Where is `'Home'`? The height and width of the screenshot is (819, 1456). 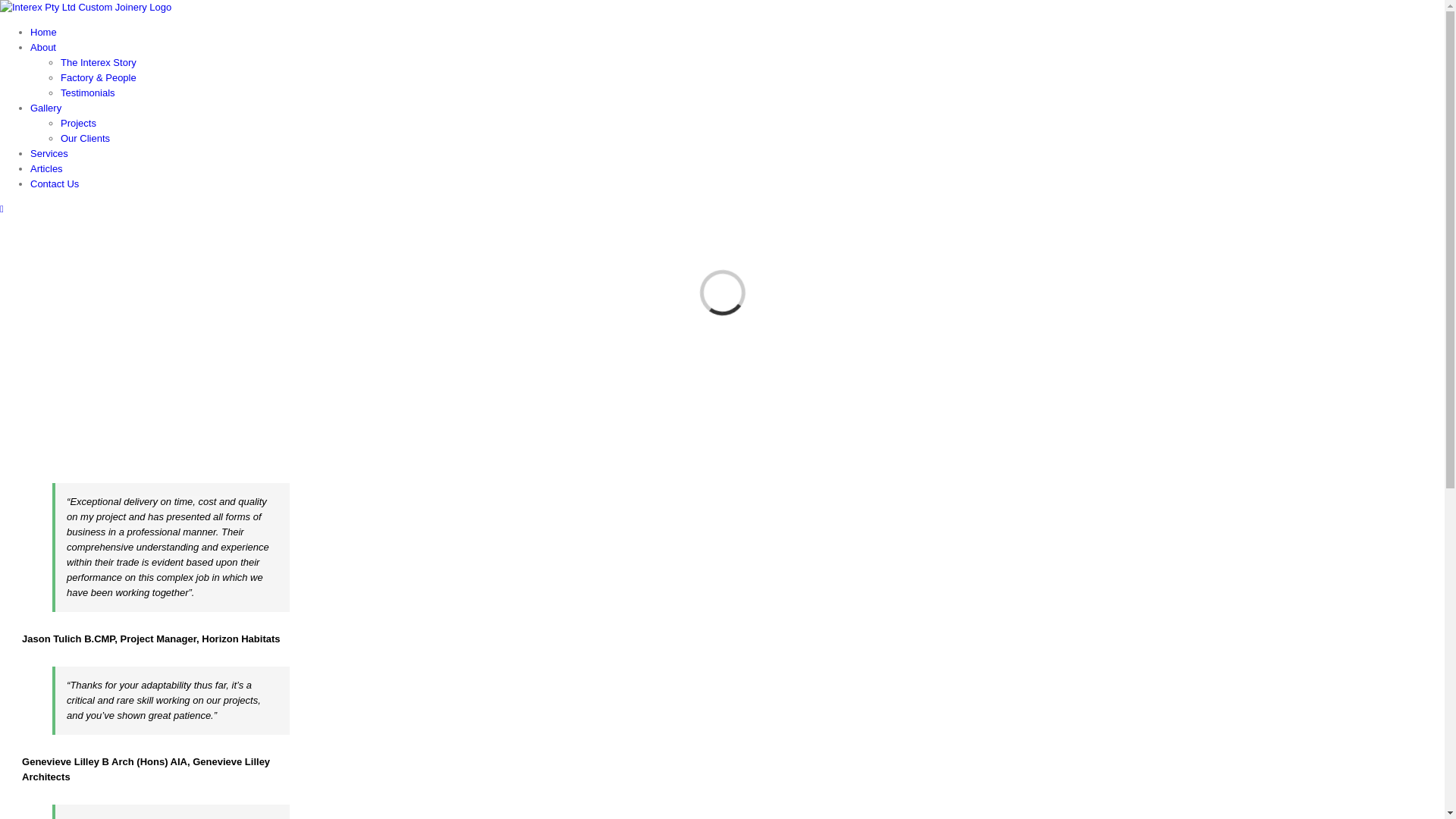
'Home' is located at coordinates (43, 32).